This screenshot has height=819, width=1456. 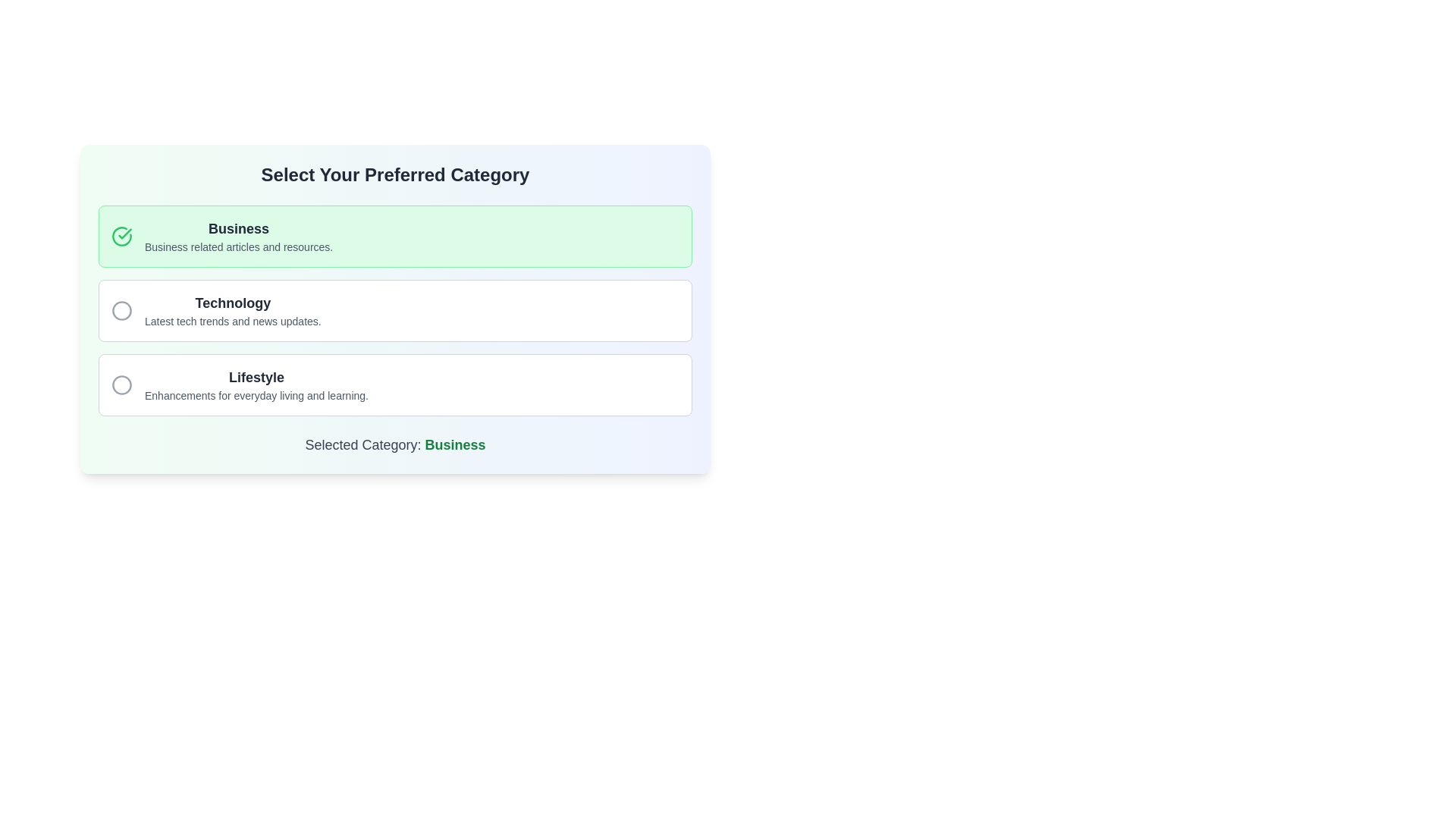 What do you see at coordinates (256, 376) in the screenshot?
I see `the 'Lifestyle' category label in the category selection list, which is located in the third option group, immediately above the descriptive text for this section` at bounding box center [256, 376].